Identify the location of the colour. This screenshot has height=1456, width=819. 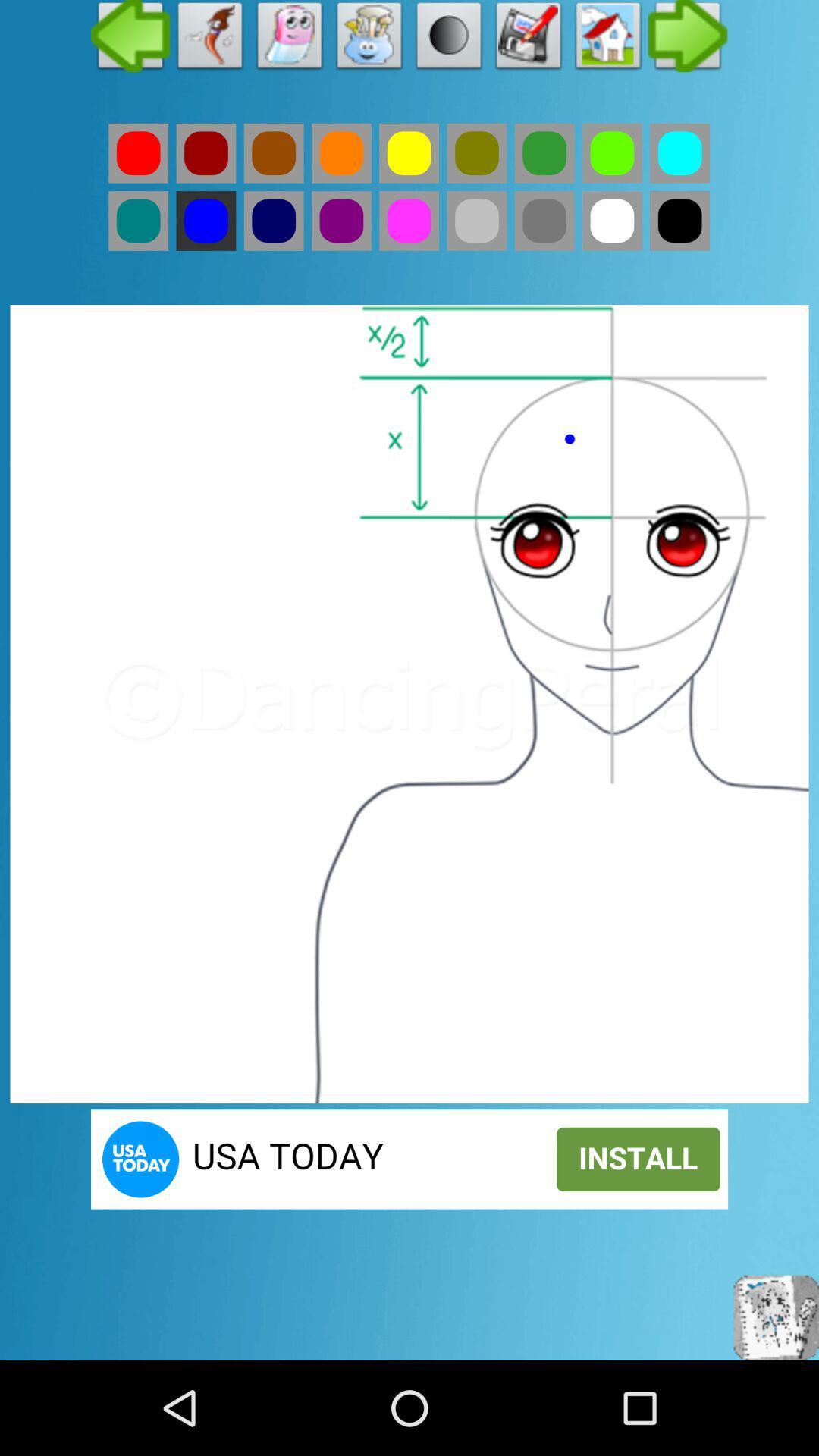
(679, 153).